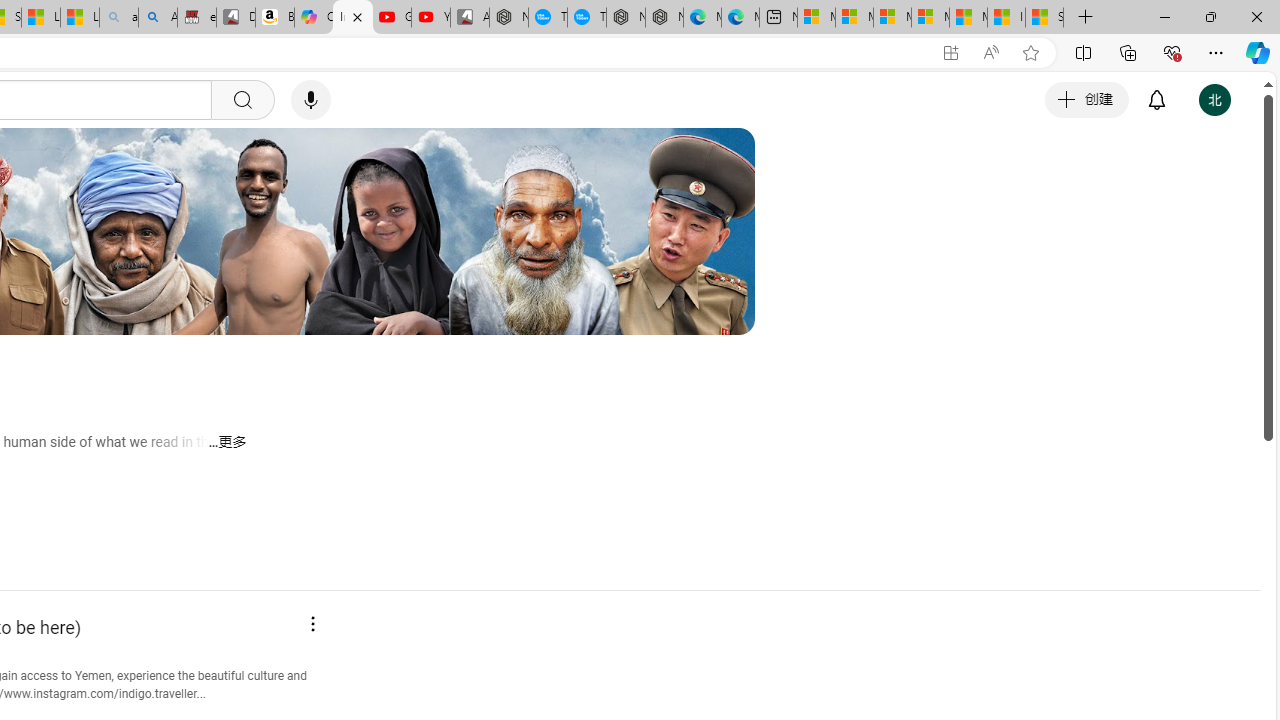  I want to click on 'Indigo Traveller - YouTube', so click(353, 17).